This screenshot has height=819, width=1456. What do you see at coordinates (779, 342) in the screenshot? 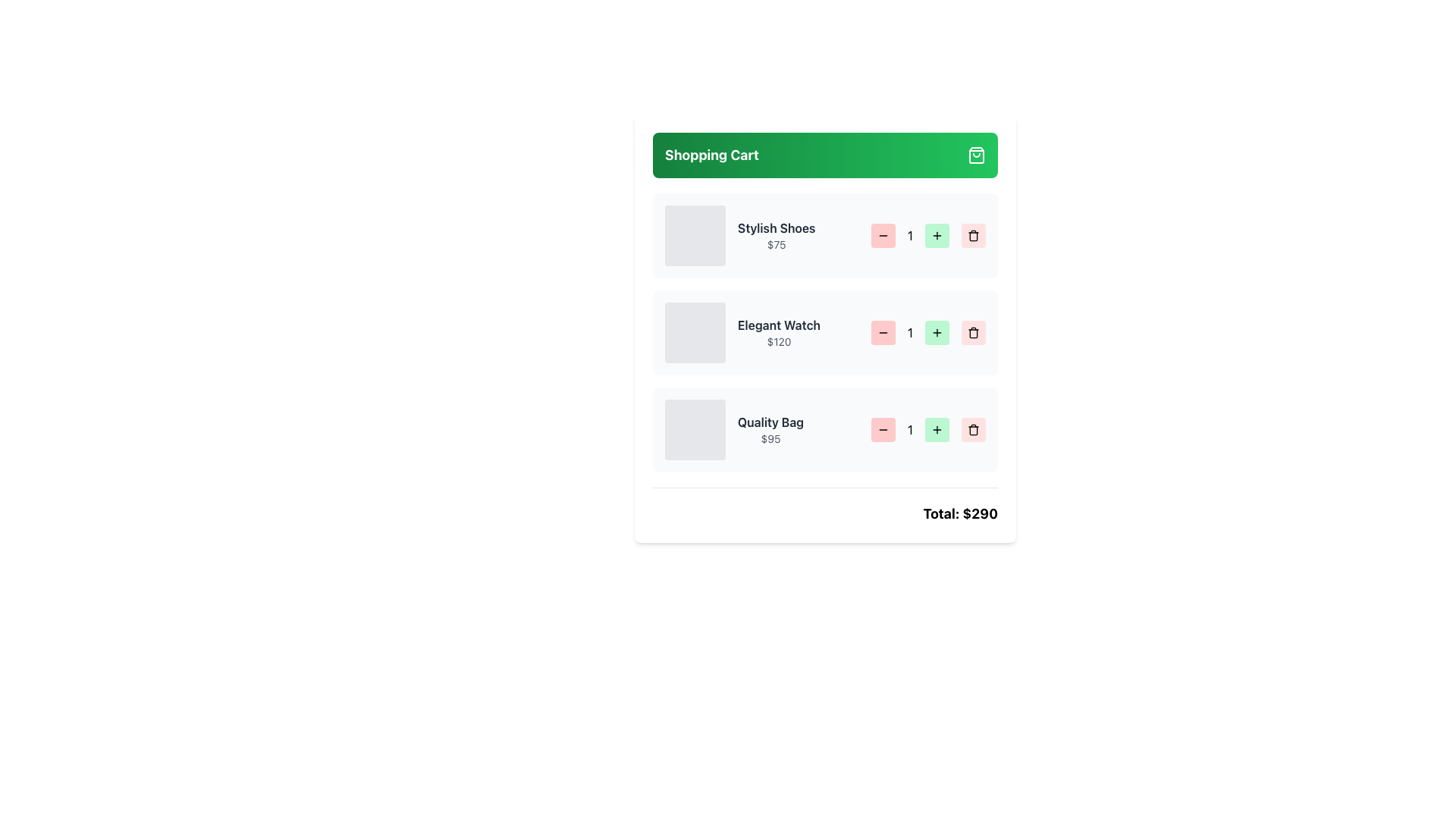
I see `the Text Label displaying the price of the product 'Elegant Watch', which is located in the shopping cart item list` at bounding box center [779, 342].